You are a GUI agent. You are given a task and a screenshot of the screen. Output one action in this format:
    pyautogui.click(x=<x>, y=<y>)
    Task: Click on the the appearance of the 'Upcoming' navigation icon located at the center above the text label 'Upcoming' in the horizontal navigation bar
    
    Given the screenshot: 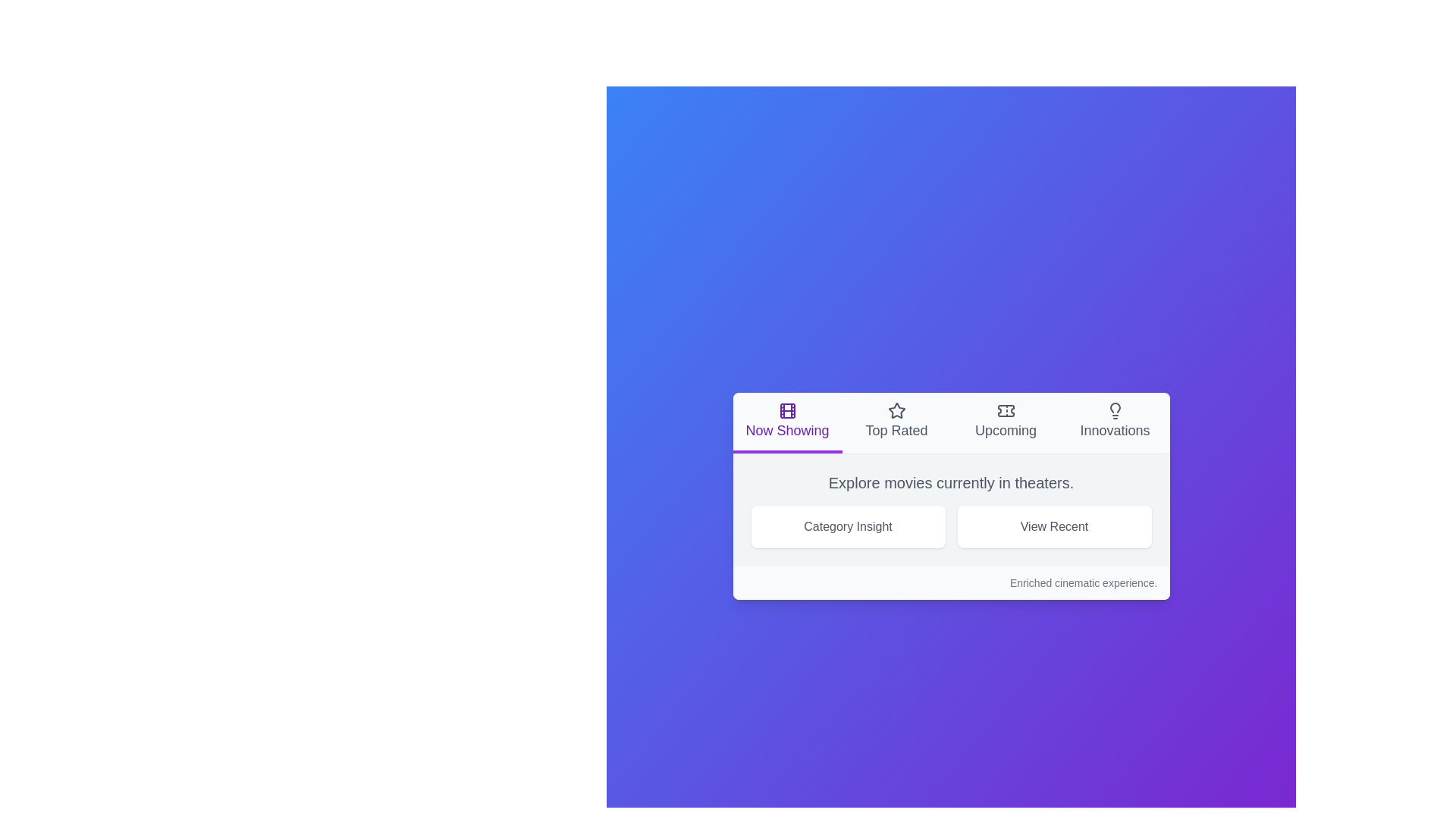 What is the action you would take?
    pyautogui.click(x=1006, y=410)
    